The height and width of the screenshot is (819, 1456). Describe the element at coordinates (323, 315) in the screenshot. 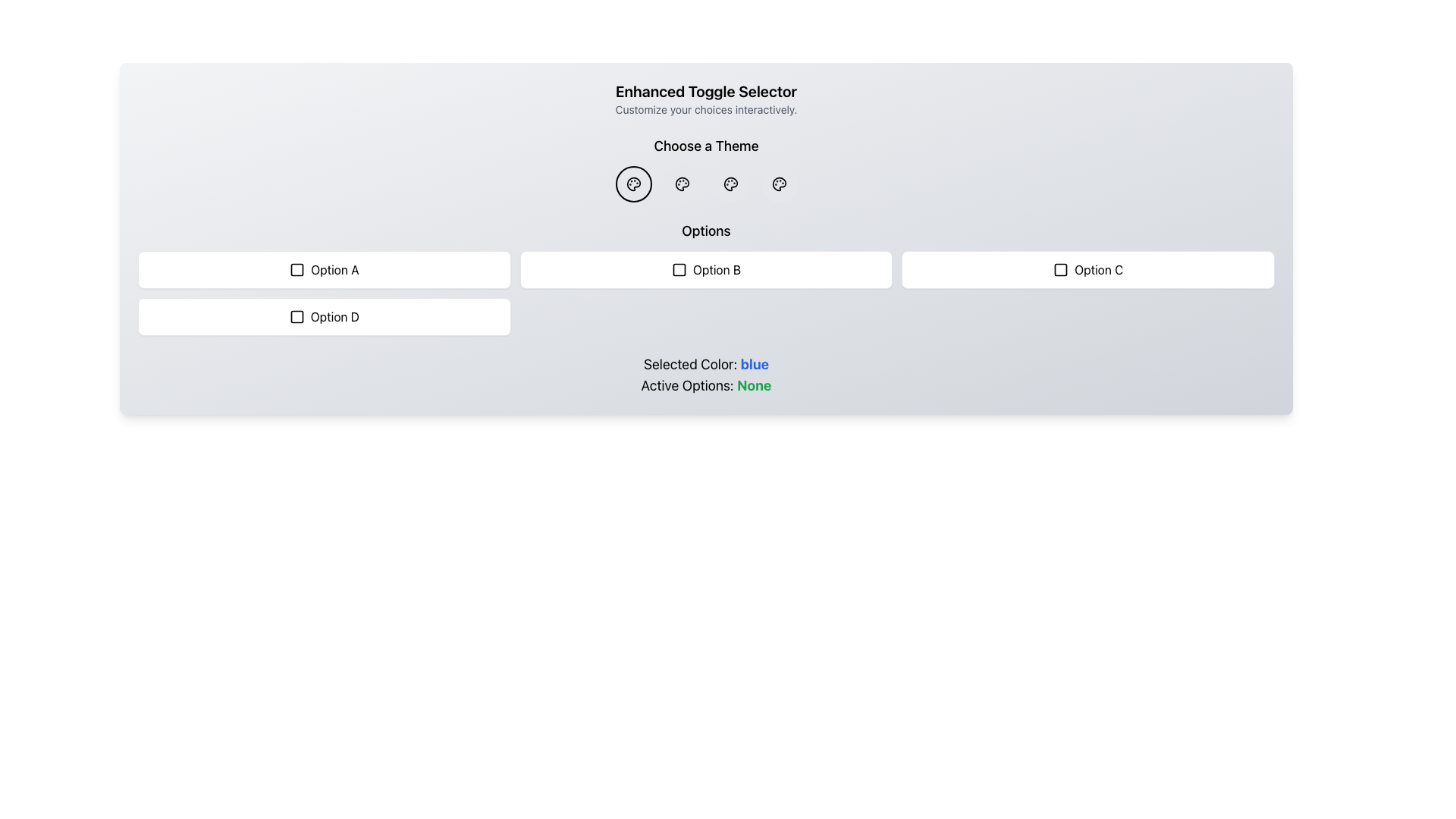

I see `the 'Option D' checkbox element using keyboard navigation` at that location.